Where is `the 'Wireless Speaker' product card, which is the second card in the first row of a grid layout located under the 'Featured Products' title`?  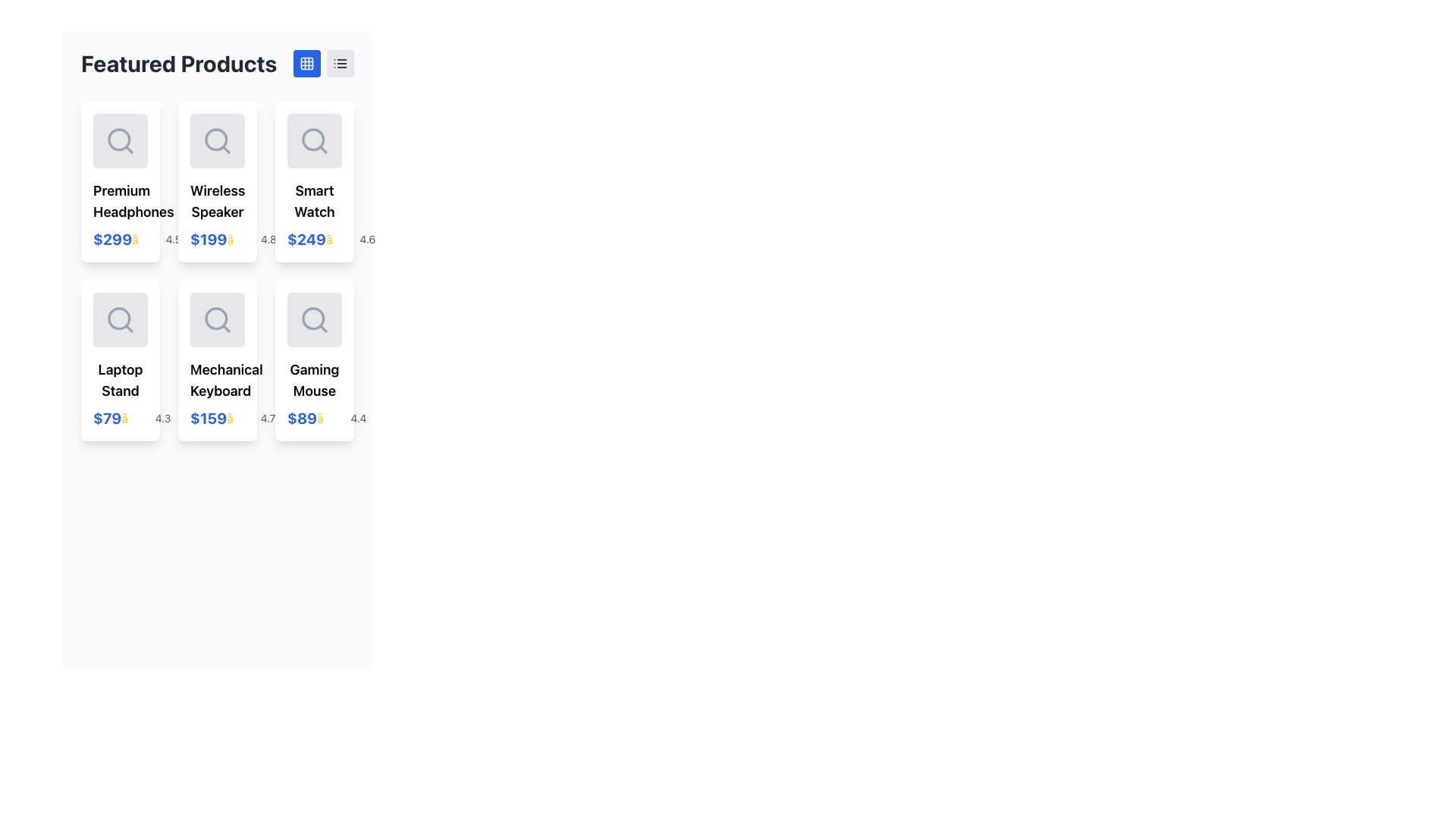 the 'Wireless Speaker' product card, which is the second card in the first row of a grid layout located under the 'Featured Products' title is located at coordinates (217, 180).